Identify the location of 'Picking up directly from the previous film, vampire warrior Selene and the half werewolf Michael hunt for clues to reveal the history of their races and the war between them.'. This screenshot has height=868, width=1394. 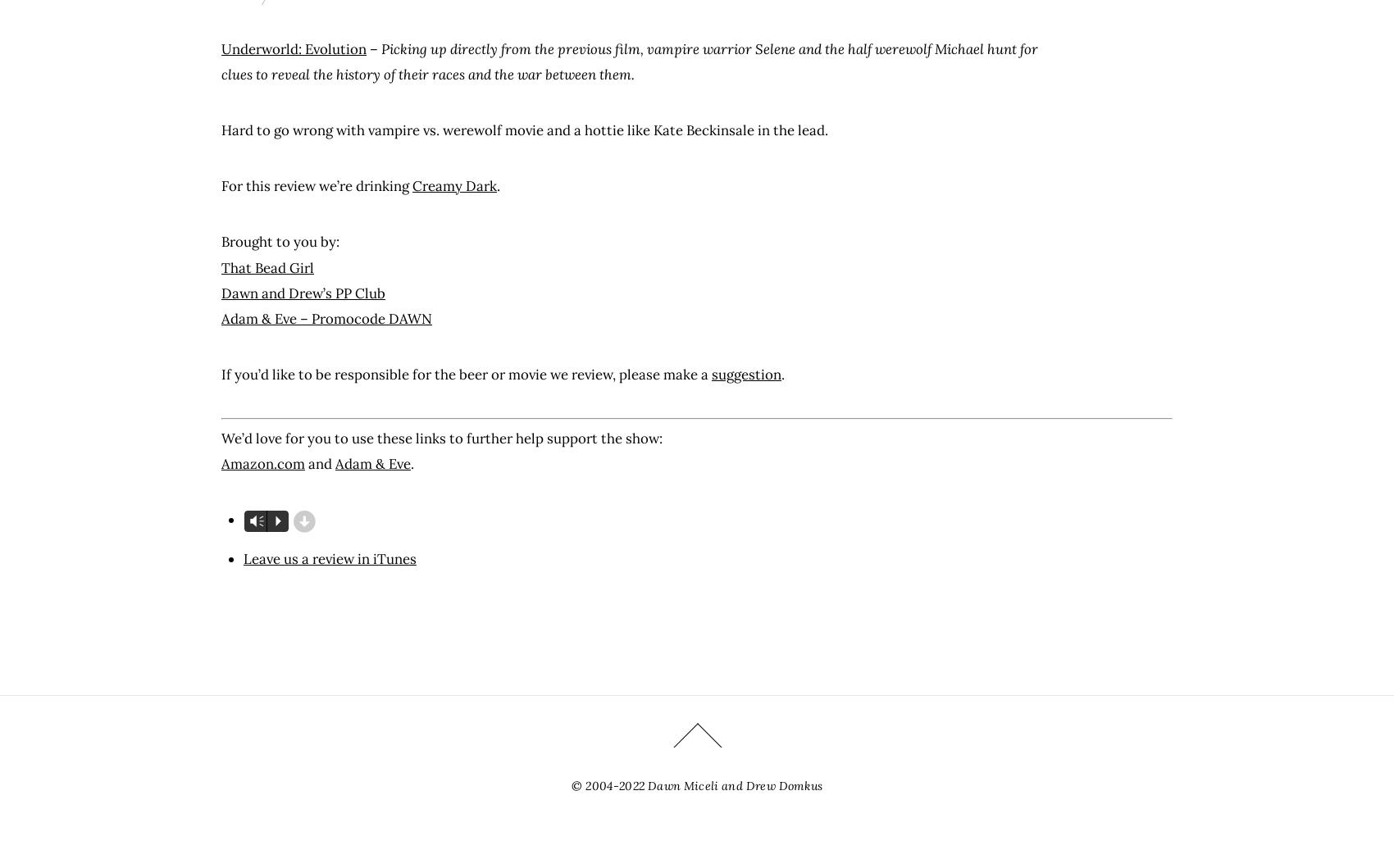
(629, 61).